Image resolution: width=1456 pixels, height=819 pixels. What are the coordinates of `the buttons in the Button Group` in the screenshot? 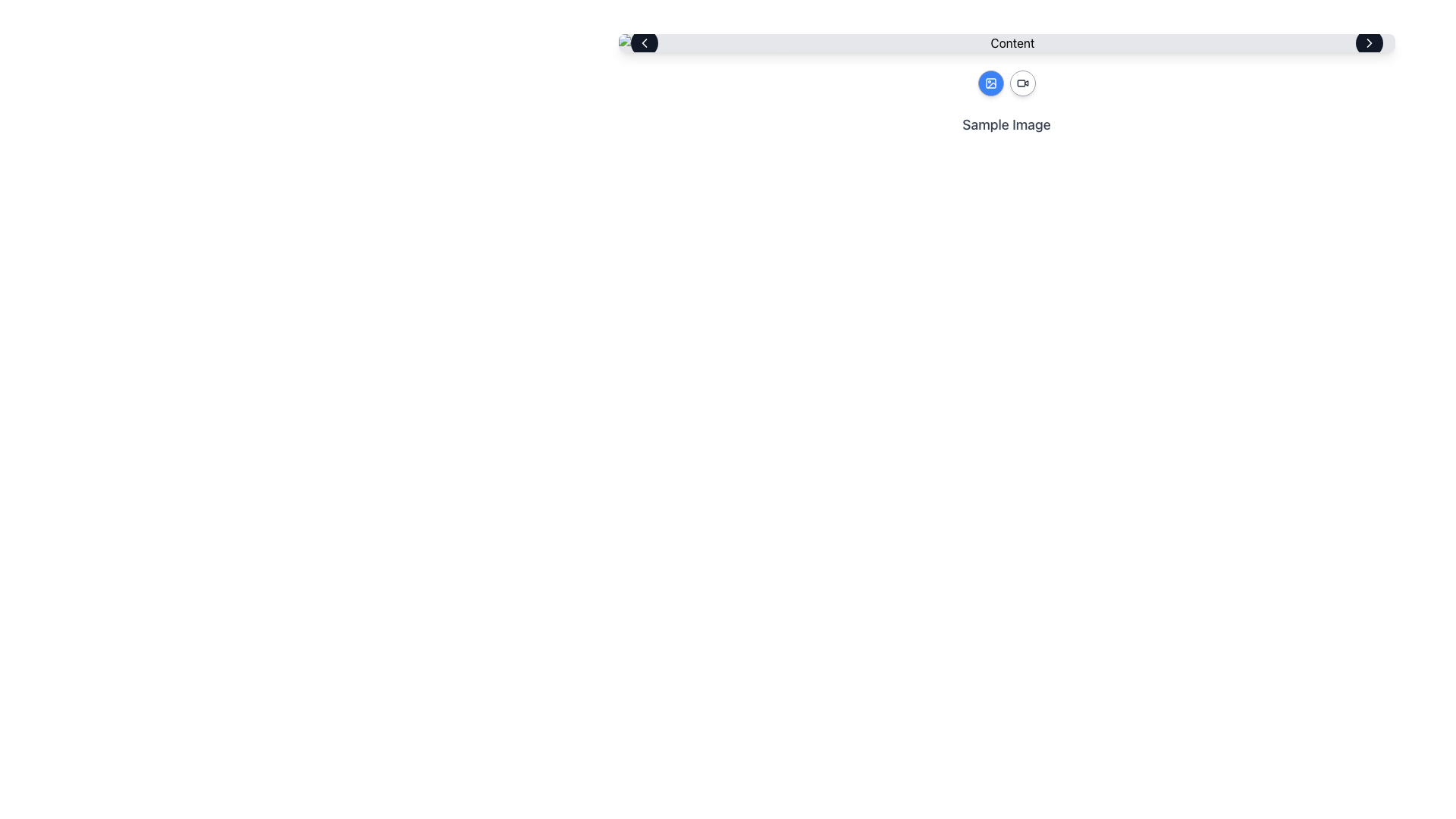 It's located at (1006, 83).